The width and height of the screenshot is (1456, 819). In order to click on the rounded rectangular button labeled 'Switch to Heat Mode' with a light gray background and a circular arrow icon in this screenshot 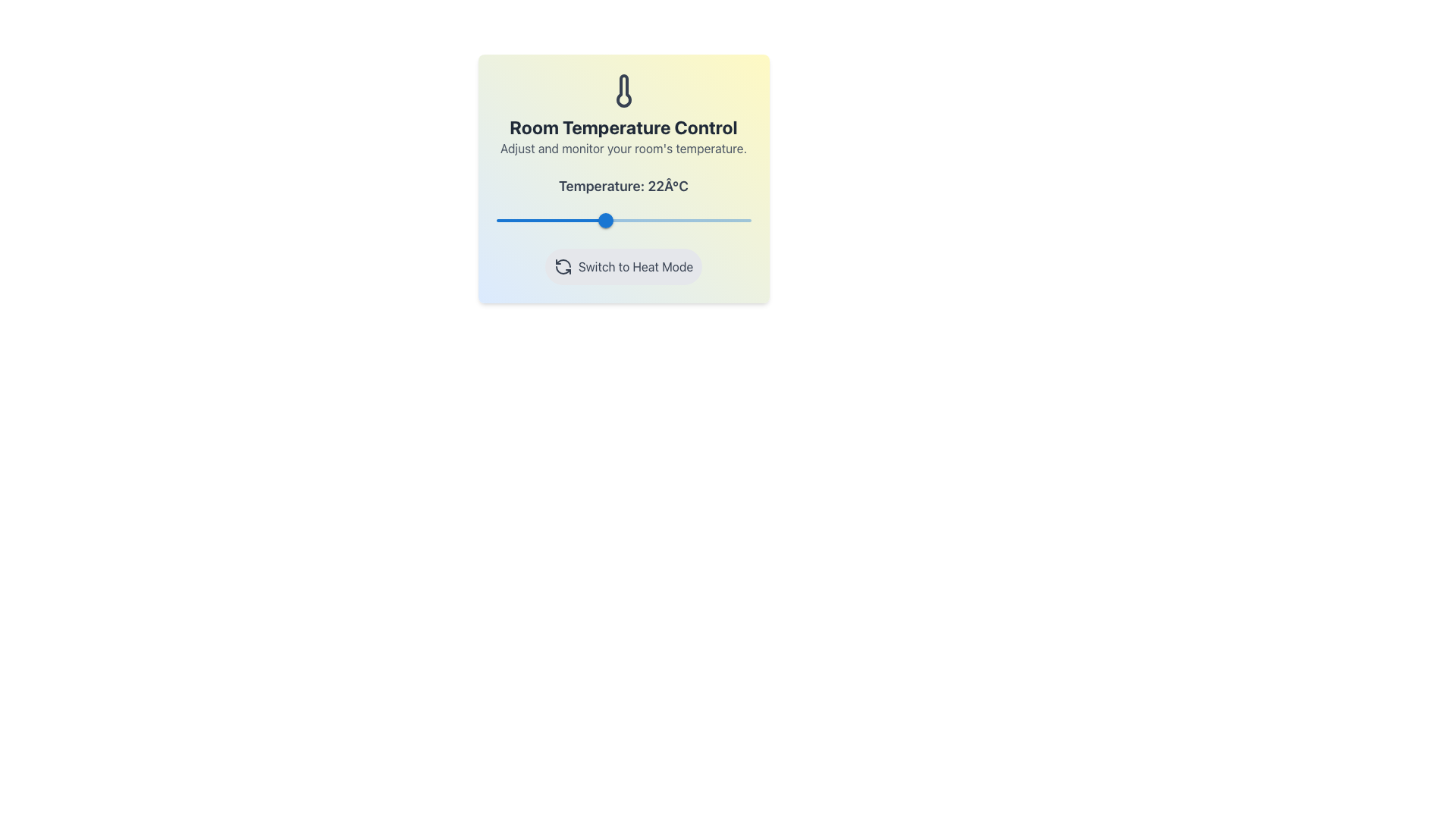, I will do `click(623, 265)`.